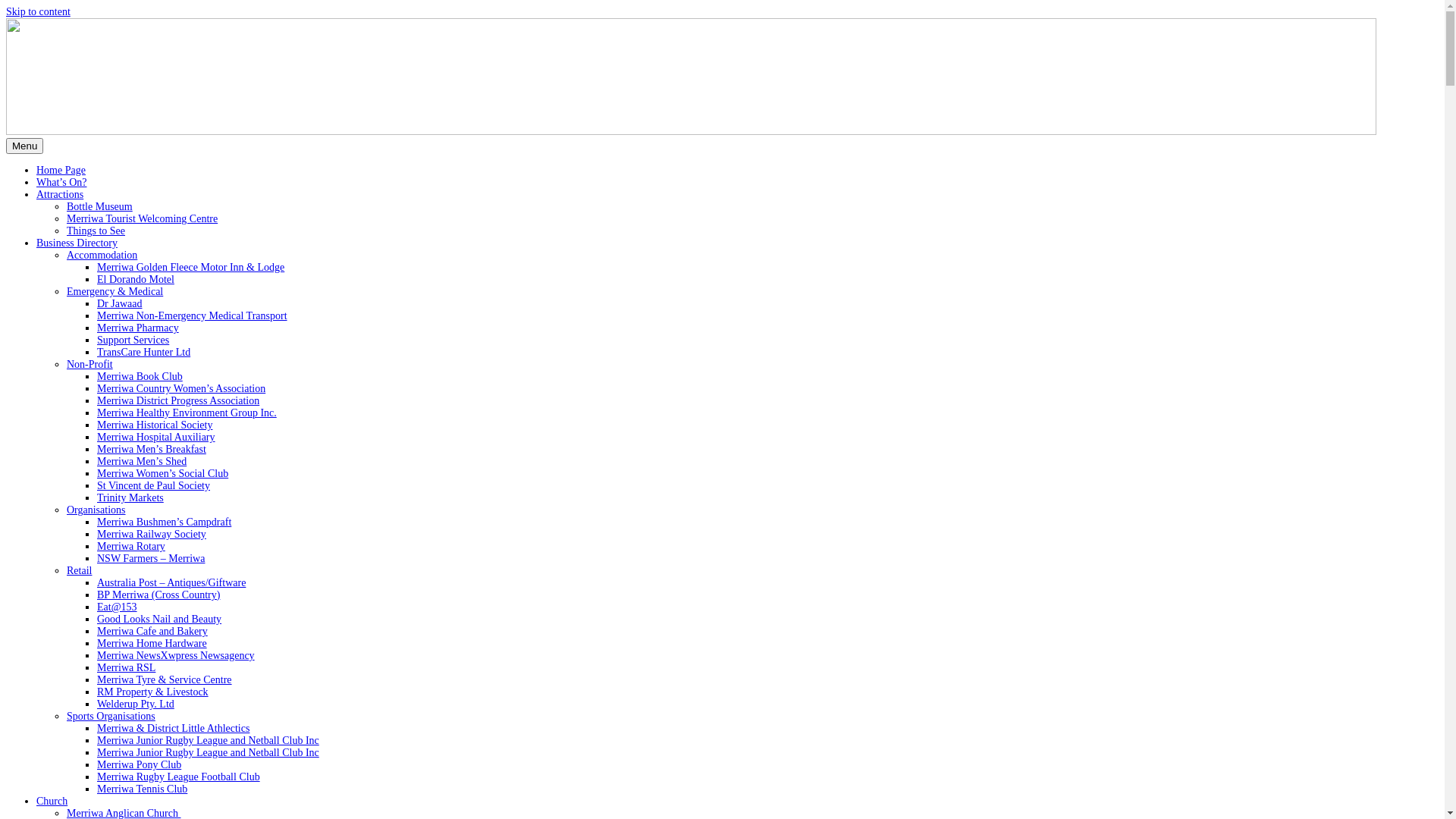 Image resolution: width=1456 pixels, height=819 pixels. I want to click on 'Merriwa Rugby League Football Club', so click(178, 777).